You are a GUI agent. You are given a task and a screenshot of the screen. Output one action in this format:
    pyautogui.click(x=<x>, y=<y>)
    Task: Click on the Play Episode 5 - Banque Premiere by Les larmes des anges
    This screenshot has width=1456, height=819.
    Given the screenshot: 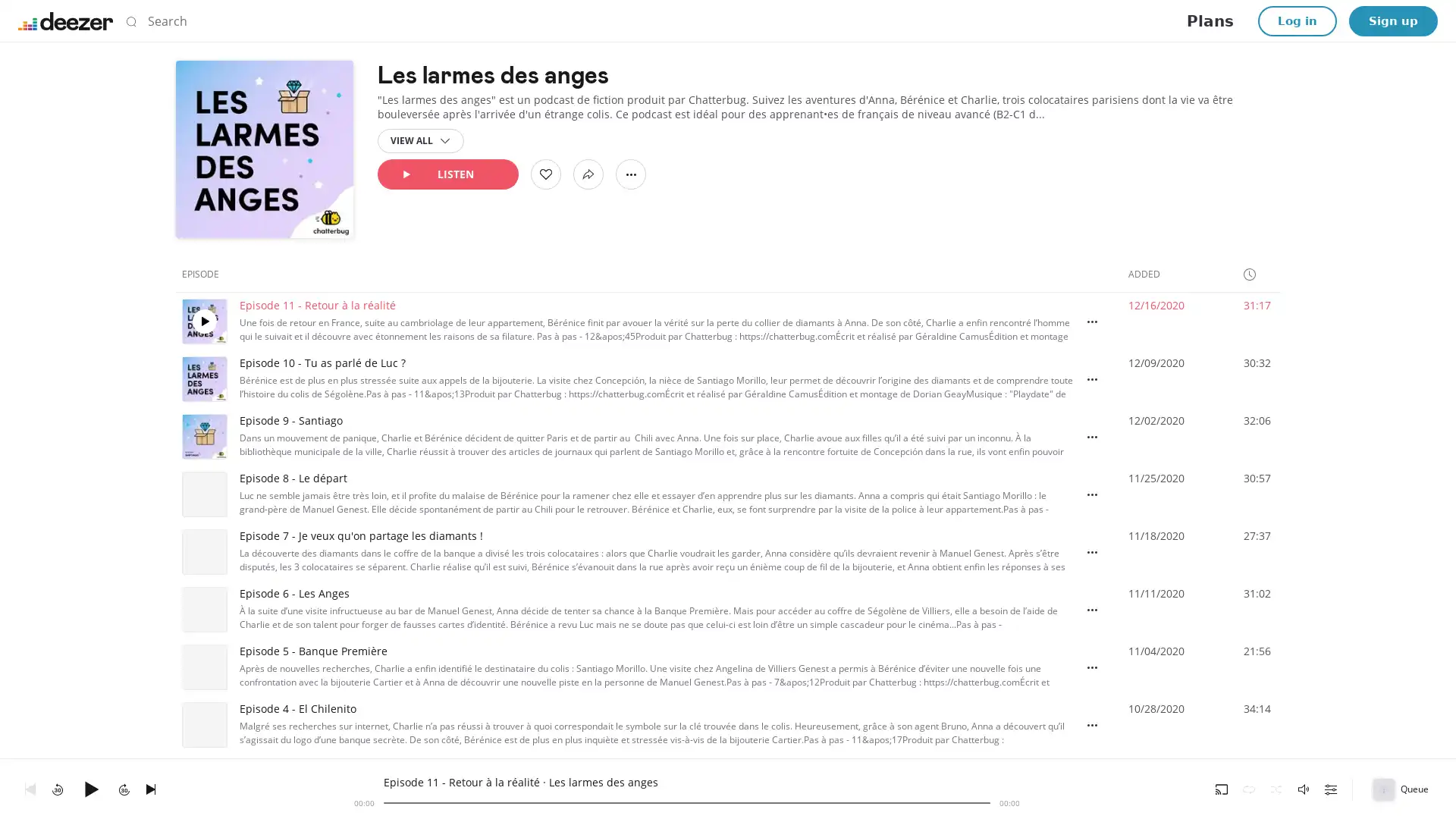 What is the action you would take?
    pyautogui.click(x=203, y=666)
    